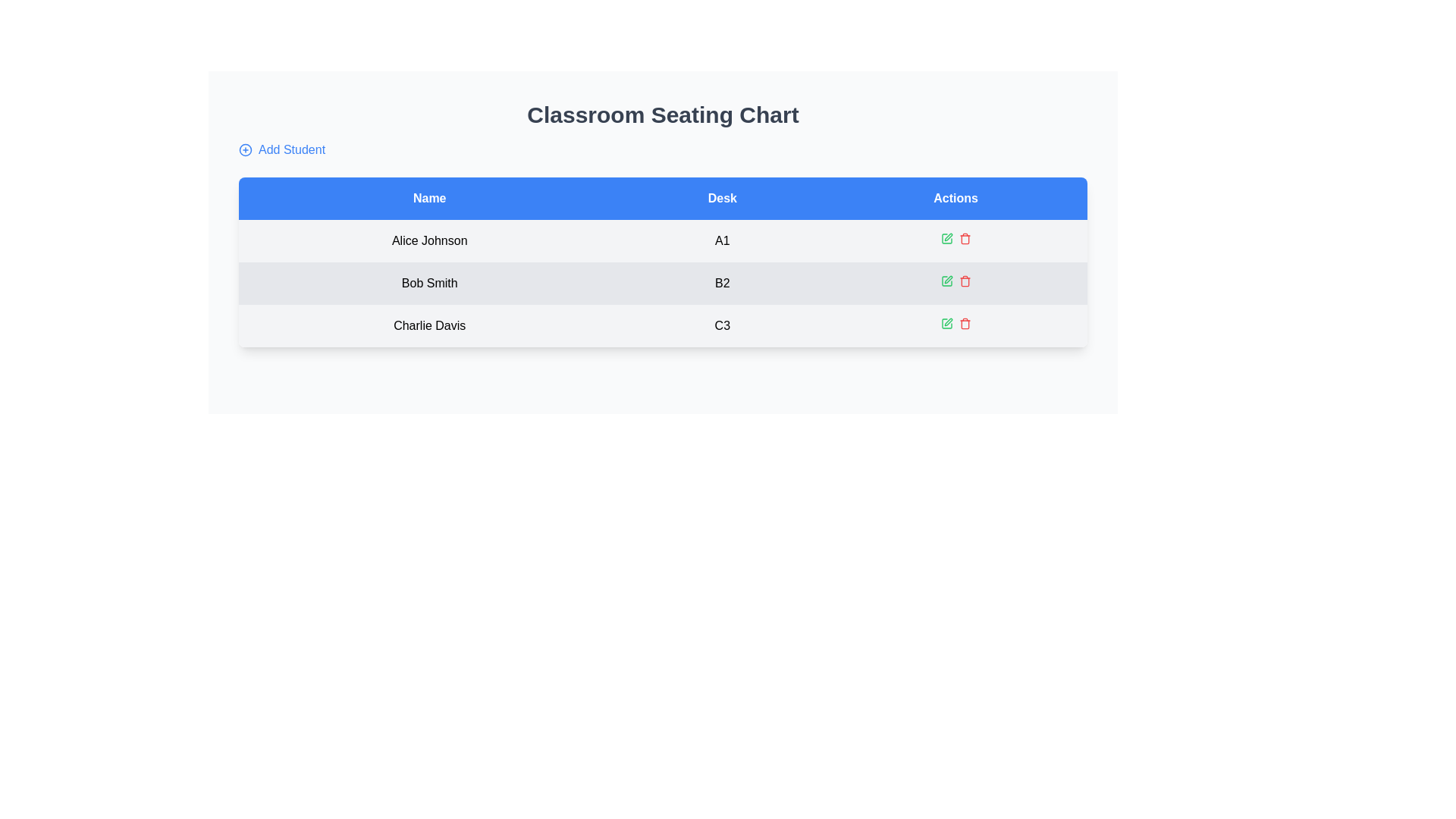  What do you see at coordinates (964, 239) in the screenshot?
I see `the delete button located in the first row of the 'Actions' column in the table` at bounding box center [964, 239].